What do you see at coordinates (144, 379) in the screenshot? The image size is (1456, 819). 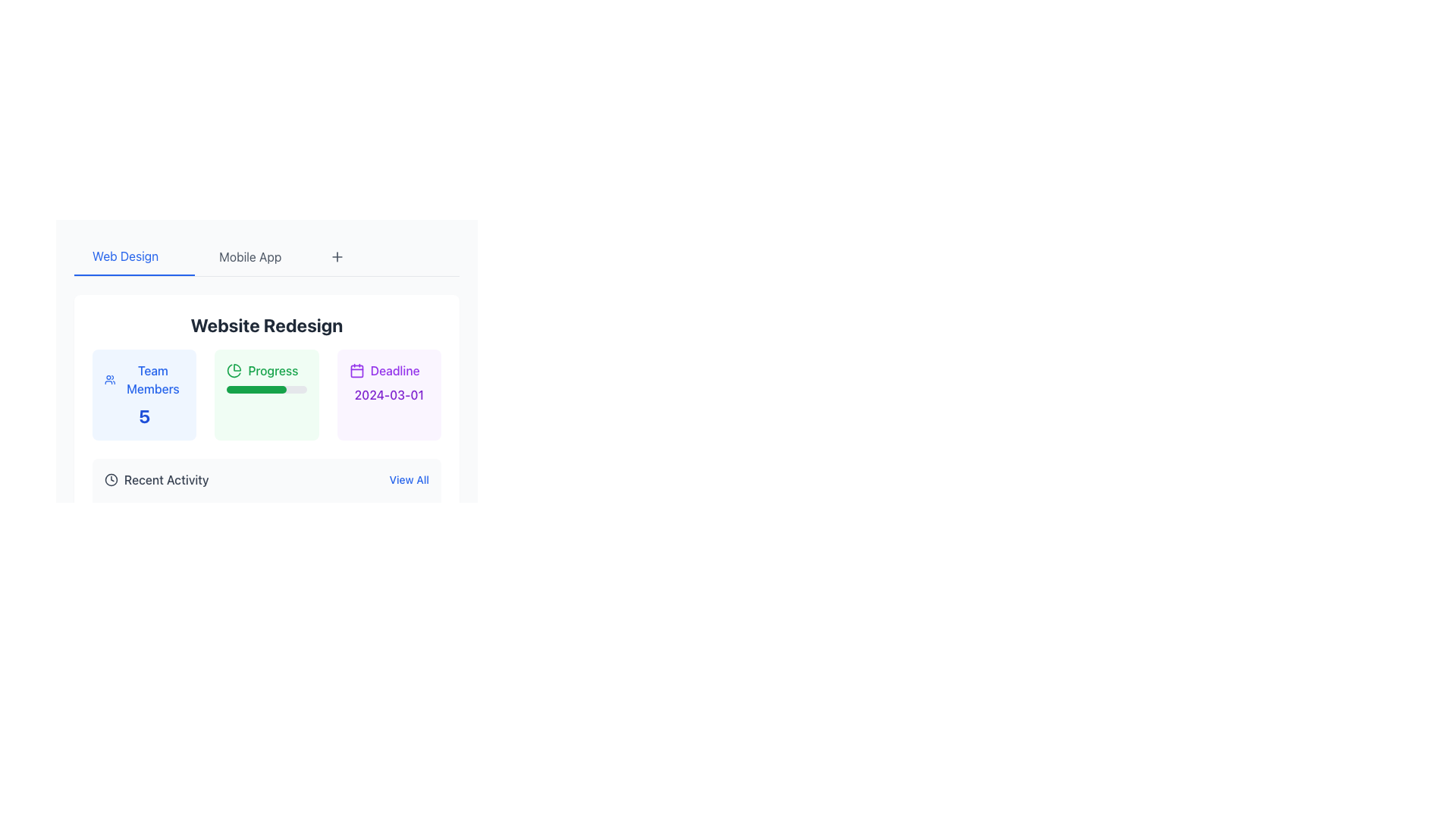 I see `text label located in the 'Team Members' section, positioned to the left of the bold number '5'` at bounding box center [144, 379].